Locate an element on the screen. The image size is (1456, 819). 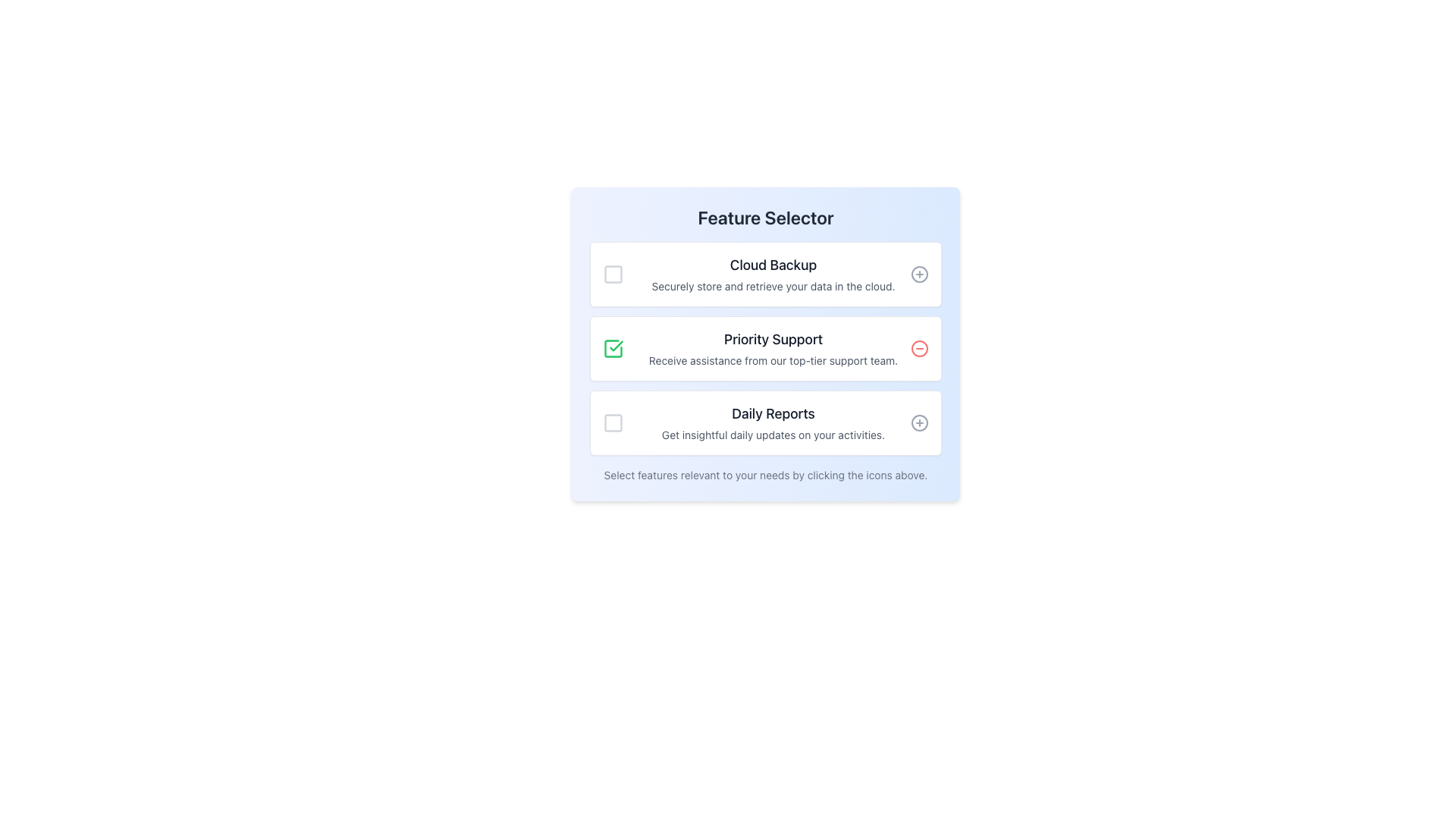
the Decorative icon component which is part of the square icon to the left of 'Cloud Backup' in the feature selection panel is located at coordinates (613, 275).